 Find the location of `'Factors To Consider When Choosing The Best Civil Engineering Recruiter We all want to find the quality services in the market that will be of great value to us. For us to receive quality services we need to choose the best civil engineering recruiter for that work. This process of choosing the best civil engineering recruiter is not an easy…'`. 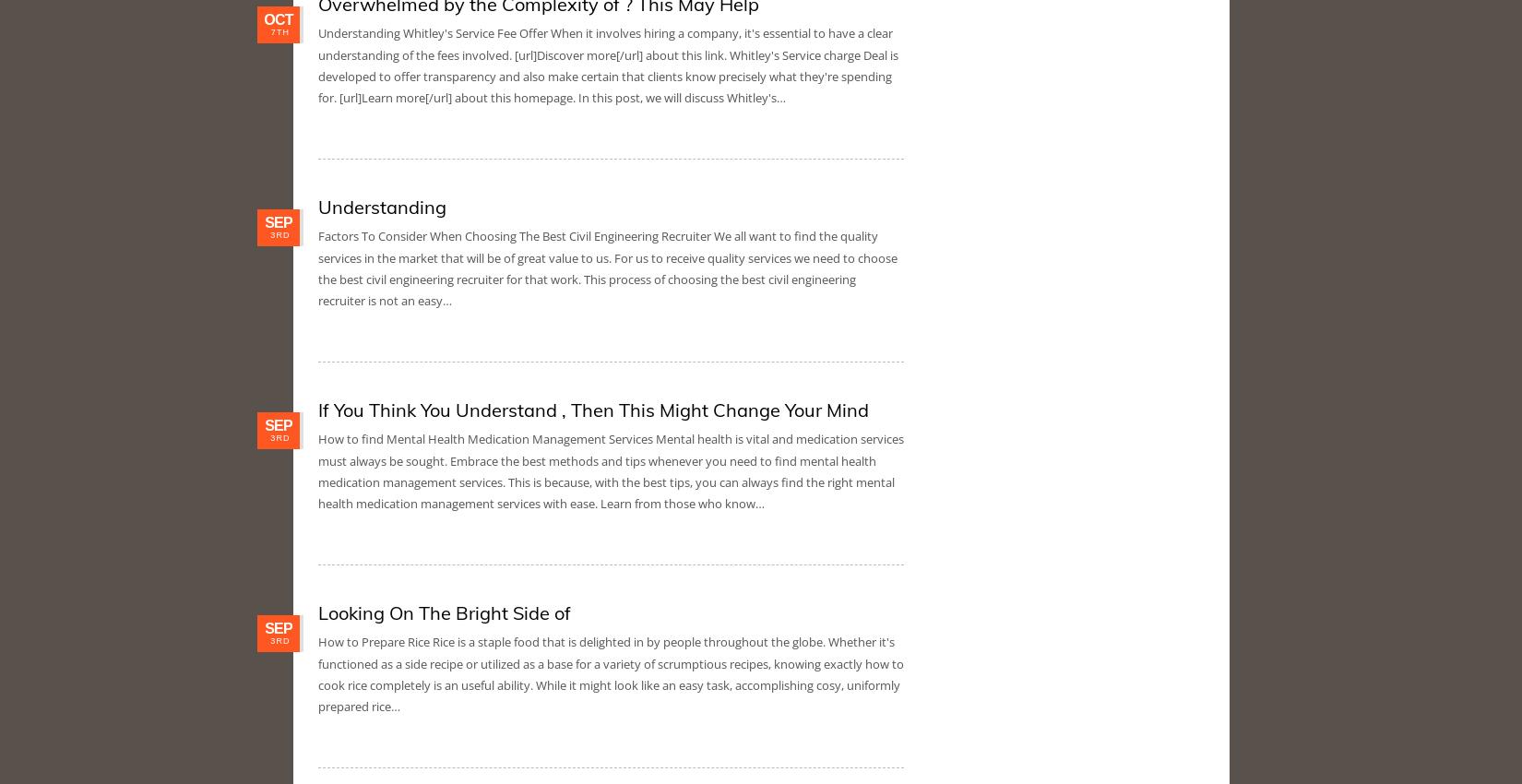

'Factors To Consider When Choosing The Best Civil Engineering Recruiter We all want to find the quality services in the market that will be of great value to us. For us to receive quality services we need to choose the best civil engineering recruiter for that work. This process of choosing the best civil engineering recruiter is not an easy…' is located at coordinates (607, 267).